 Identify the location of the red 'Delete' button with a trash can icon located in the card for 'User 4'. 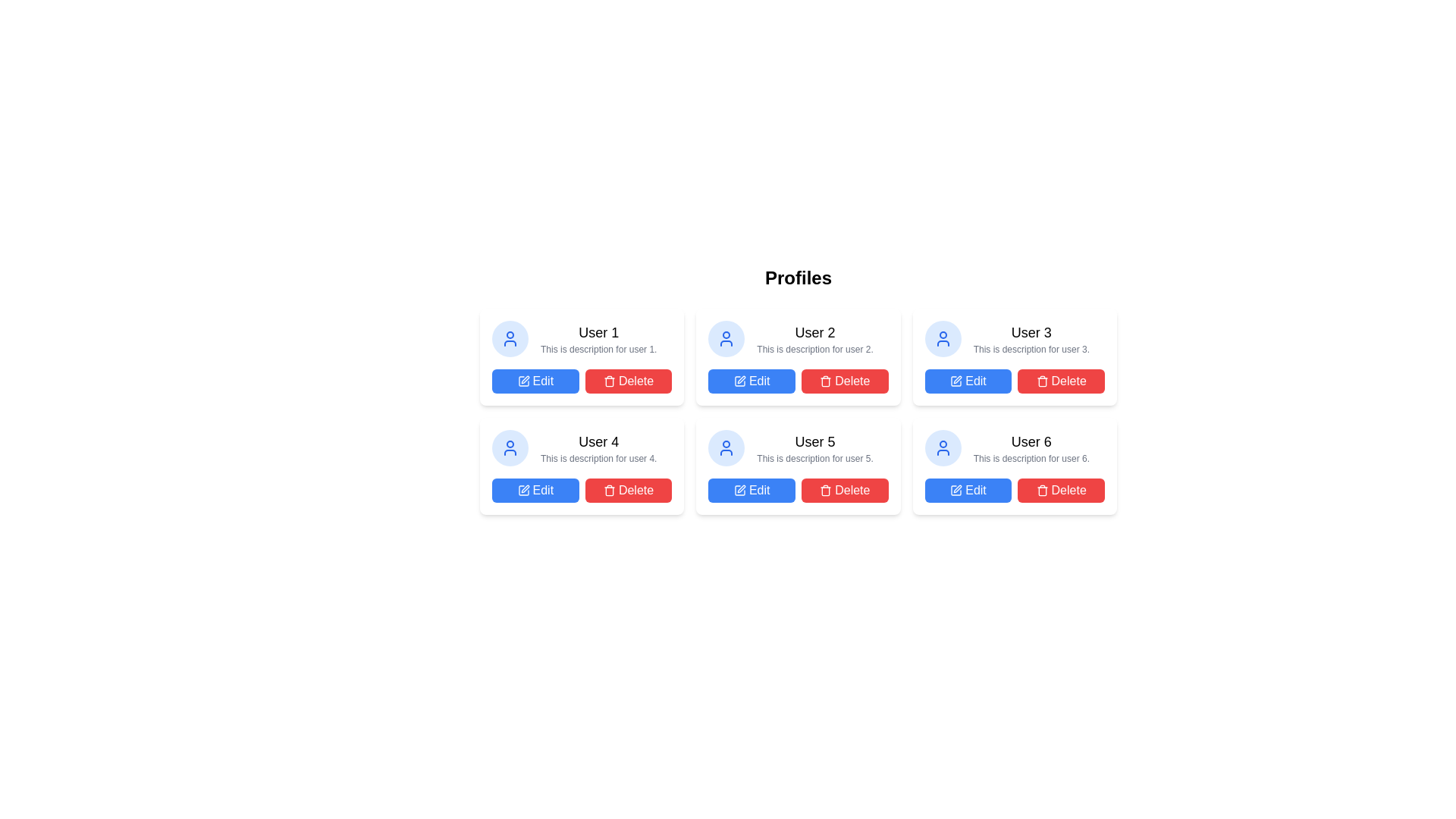
(629, 491).